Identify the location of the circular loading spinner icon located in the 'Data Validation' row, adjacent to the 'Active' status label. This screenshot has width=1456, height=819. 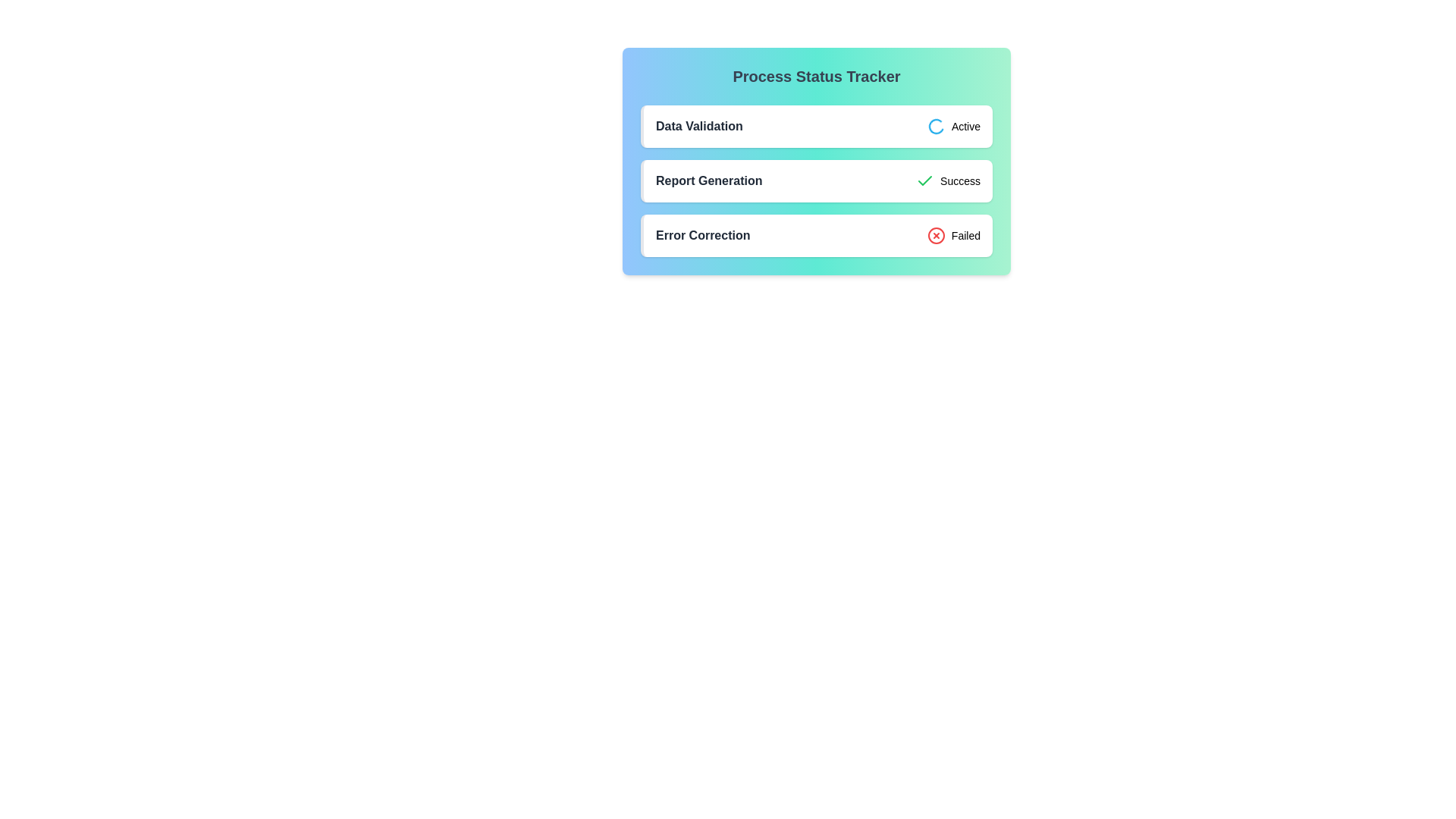
(935, 125).